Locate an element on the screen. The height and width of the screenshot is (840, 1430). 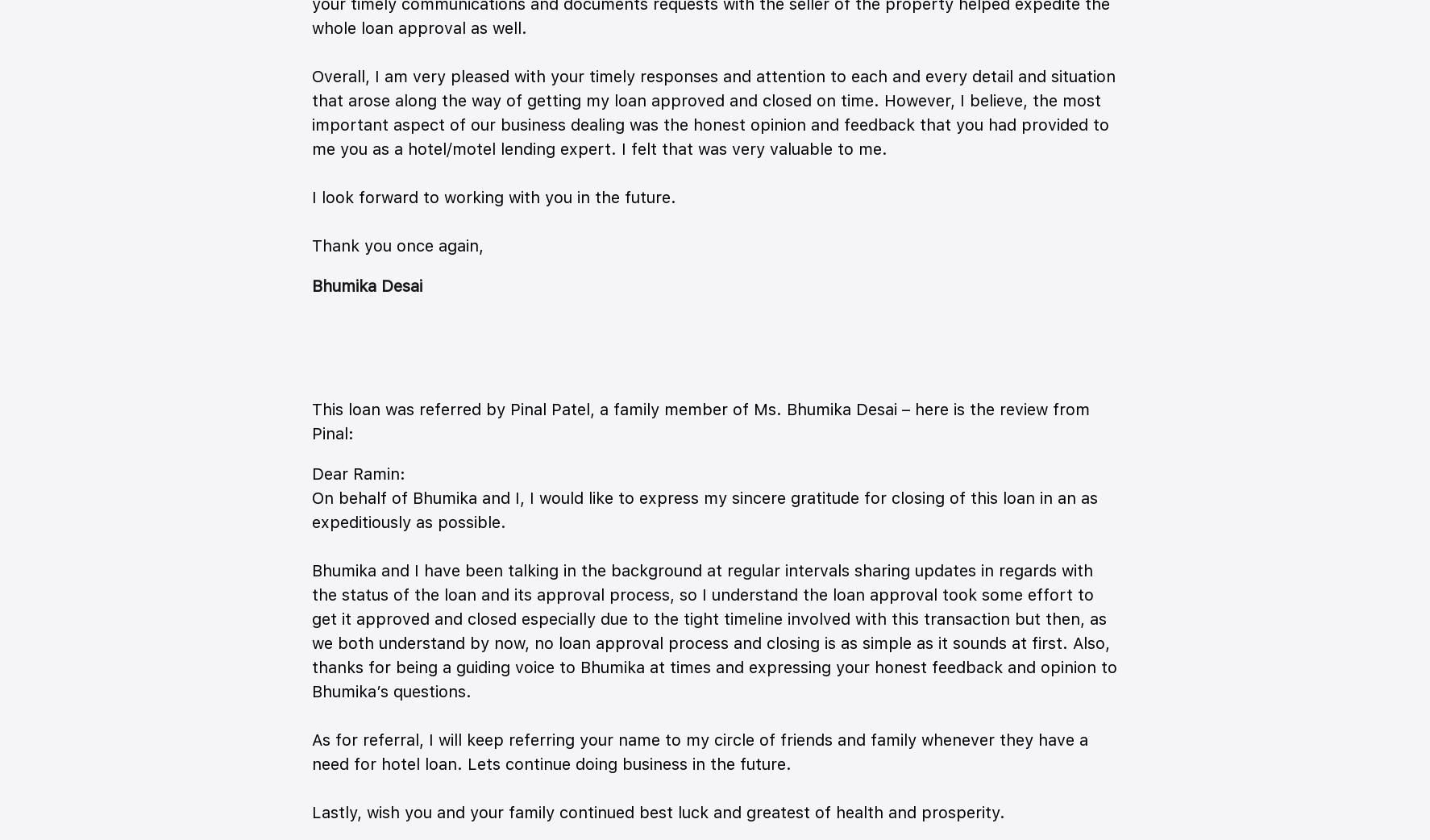
'Lastly, wish you and your family continued best luck and greatest of health and prosperity.' is located at coordinates (658, 813).